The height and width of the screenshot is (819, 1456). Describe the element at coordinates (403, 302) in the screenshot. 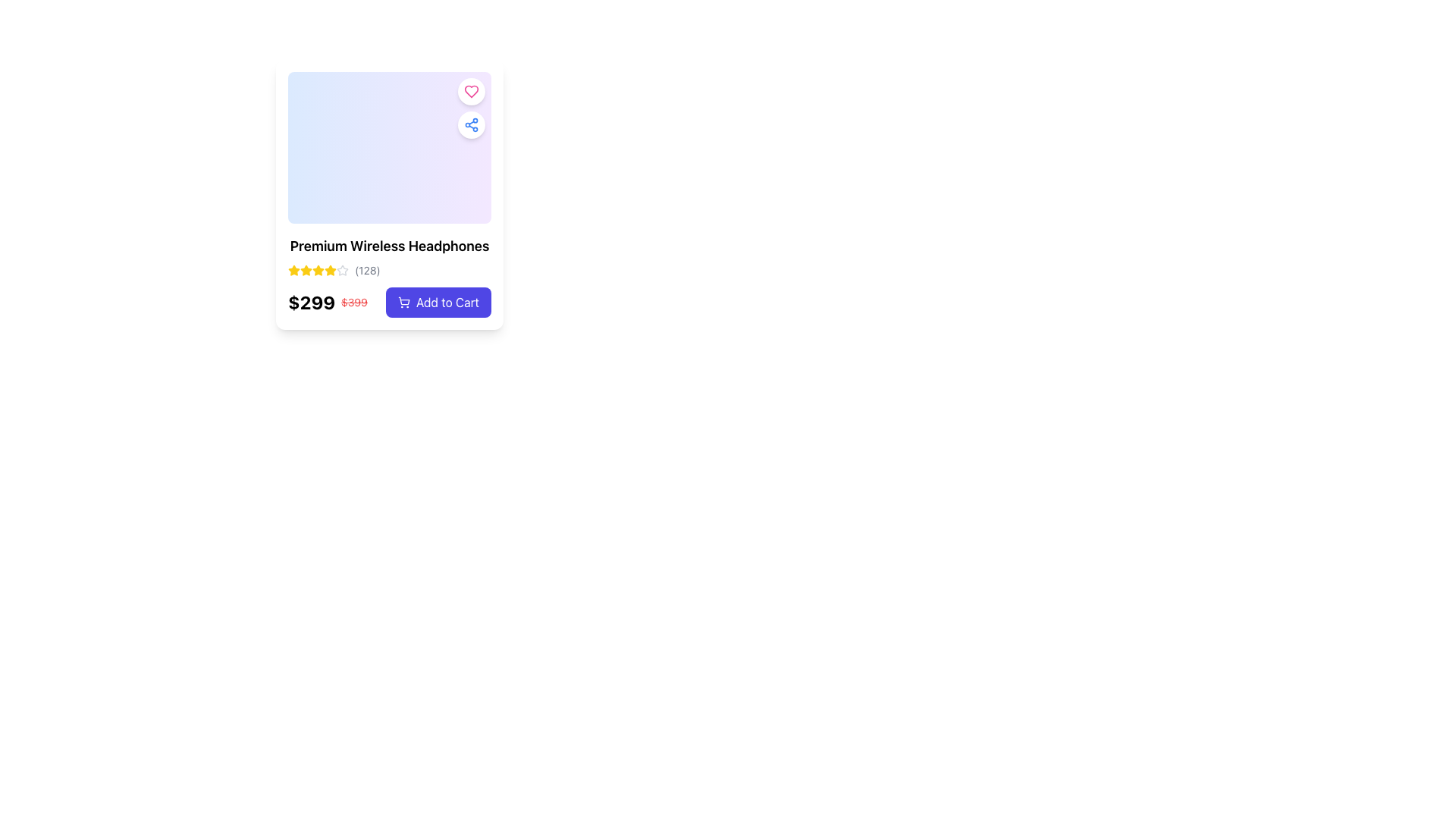

I see `the shopping cart icon within the 'Add to Cart' button located at the bottom-right corner of the product card` at that location.